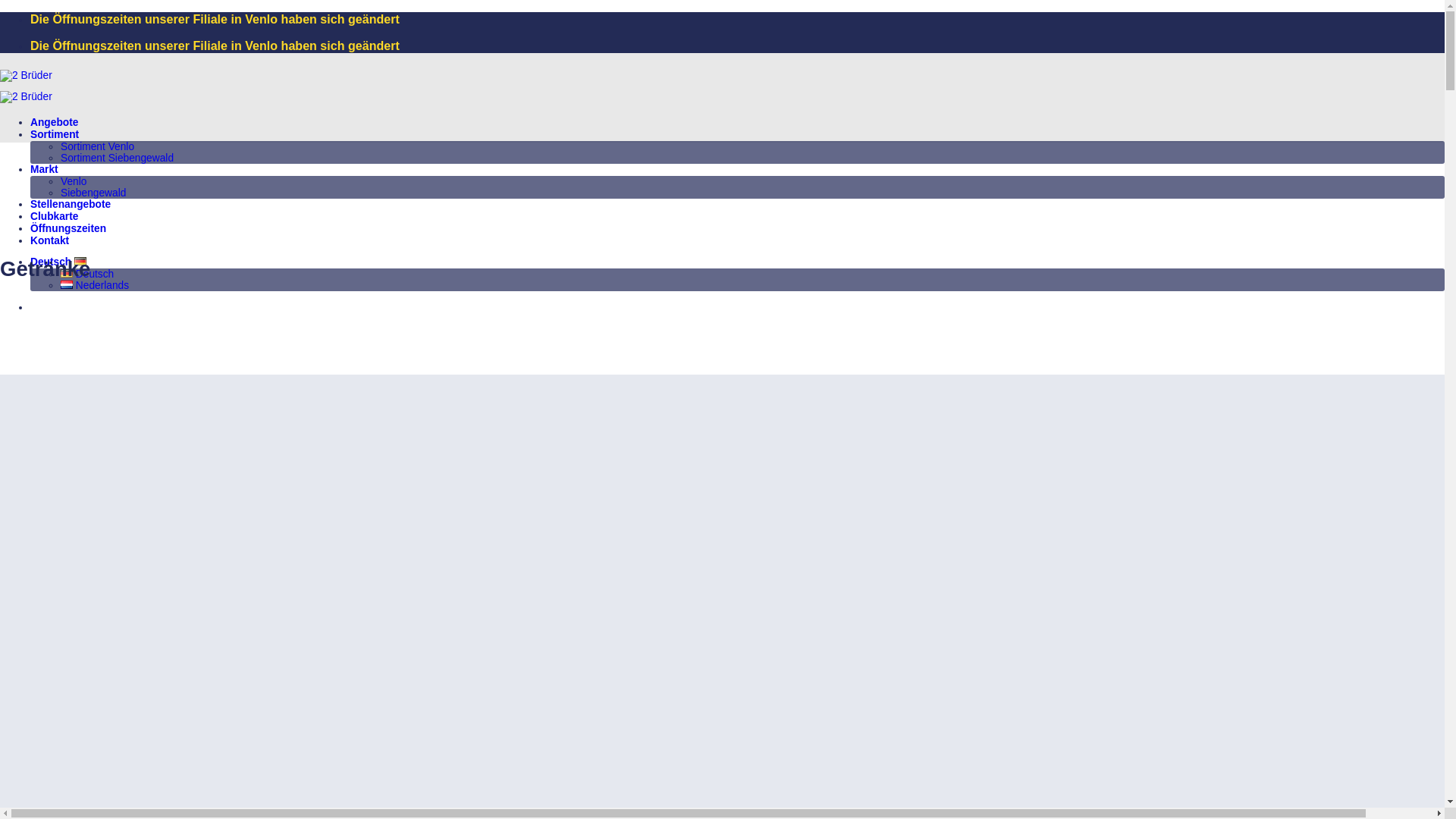 This screenshot has height=819, width=1456. What do you see at coordinates (49, 240) in the screenshot?
I see `'Kontakt'` at bounding box center [49, 240].